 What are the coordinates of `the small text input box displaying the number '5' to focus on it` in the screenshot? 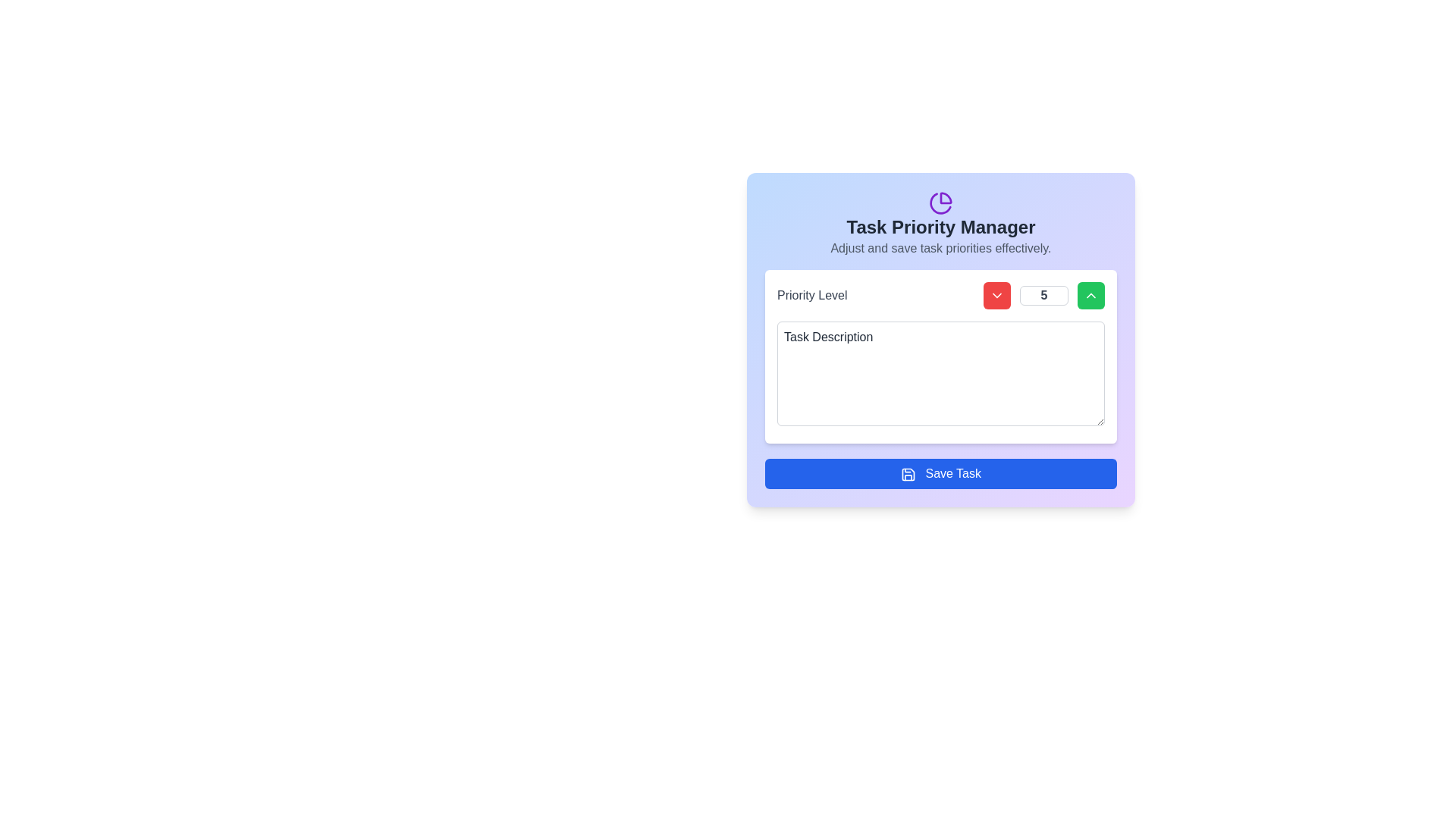 It's located at (1043, 295).